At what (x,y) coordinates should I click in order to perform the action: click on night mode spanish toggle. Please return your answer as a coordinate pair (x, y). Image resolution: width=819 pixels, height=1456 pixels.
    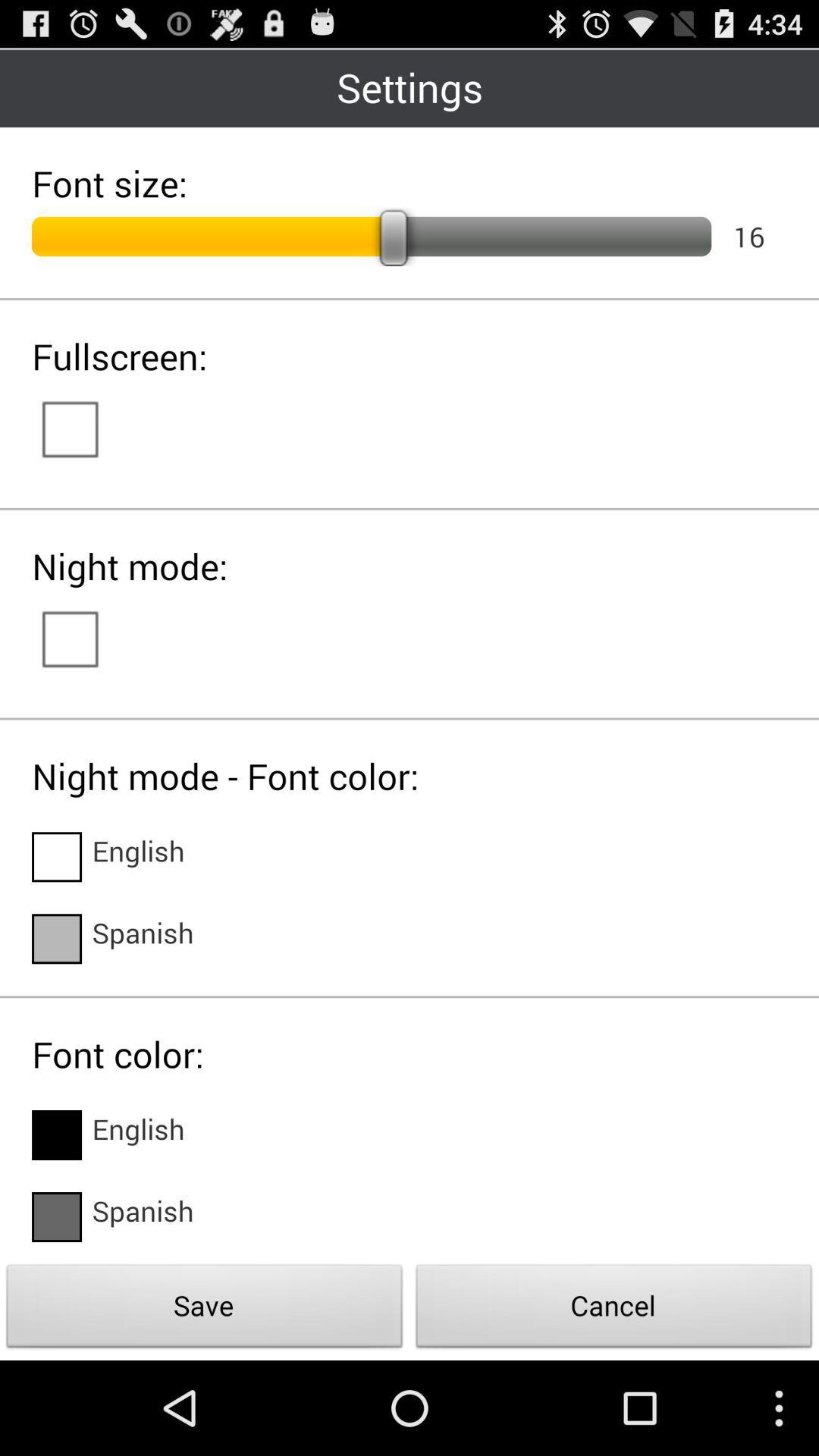
    Looking at the image, I should click on (55, 938).